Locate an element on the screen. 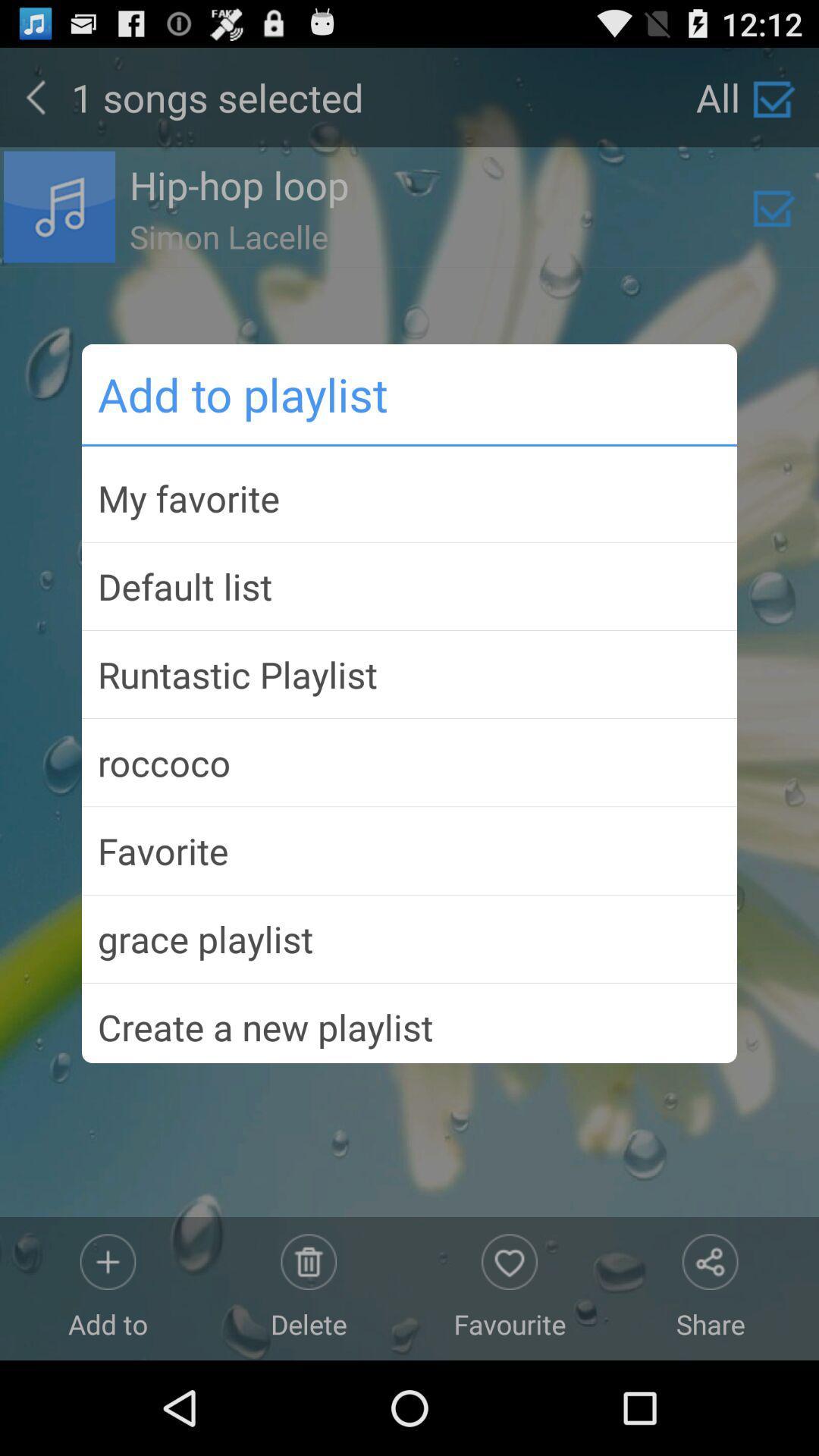 Image resolution: width=819 pixels, height=1456 pixels. the grace playlist item is located at coordinates (409, 938).